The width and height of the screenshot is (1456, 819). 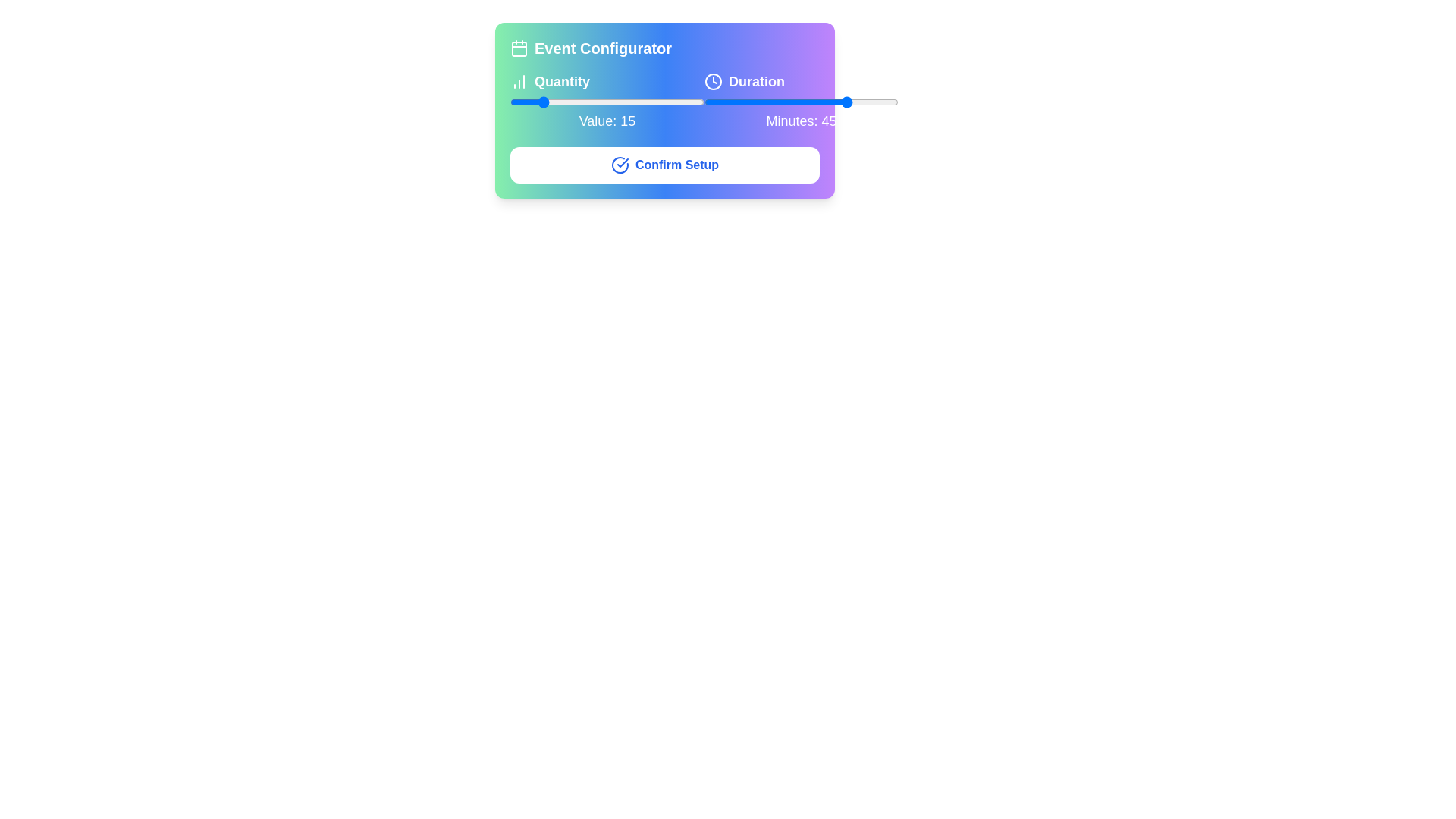 I want to click on the Text label displaying 'Minutes: 45' with a purple background gradient, located in the lower right of the 'Duration' section, so click(x=800, y=120).